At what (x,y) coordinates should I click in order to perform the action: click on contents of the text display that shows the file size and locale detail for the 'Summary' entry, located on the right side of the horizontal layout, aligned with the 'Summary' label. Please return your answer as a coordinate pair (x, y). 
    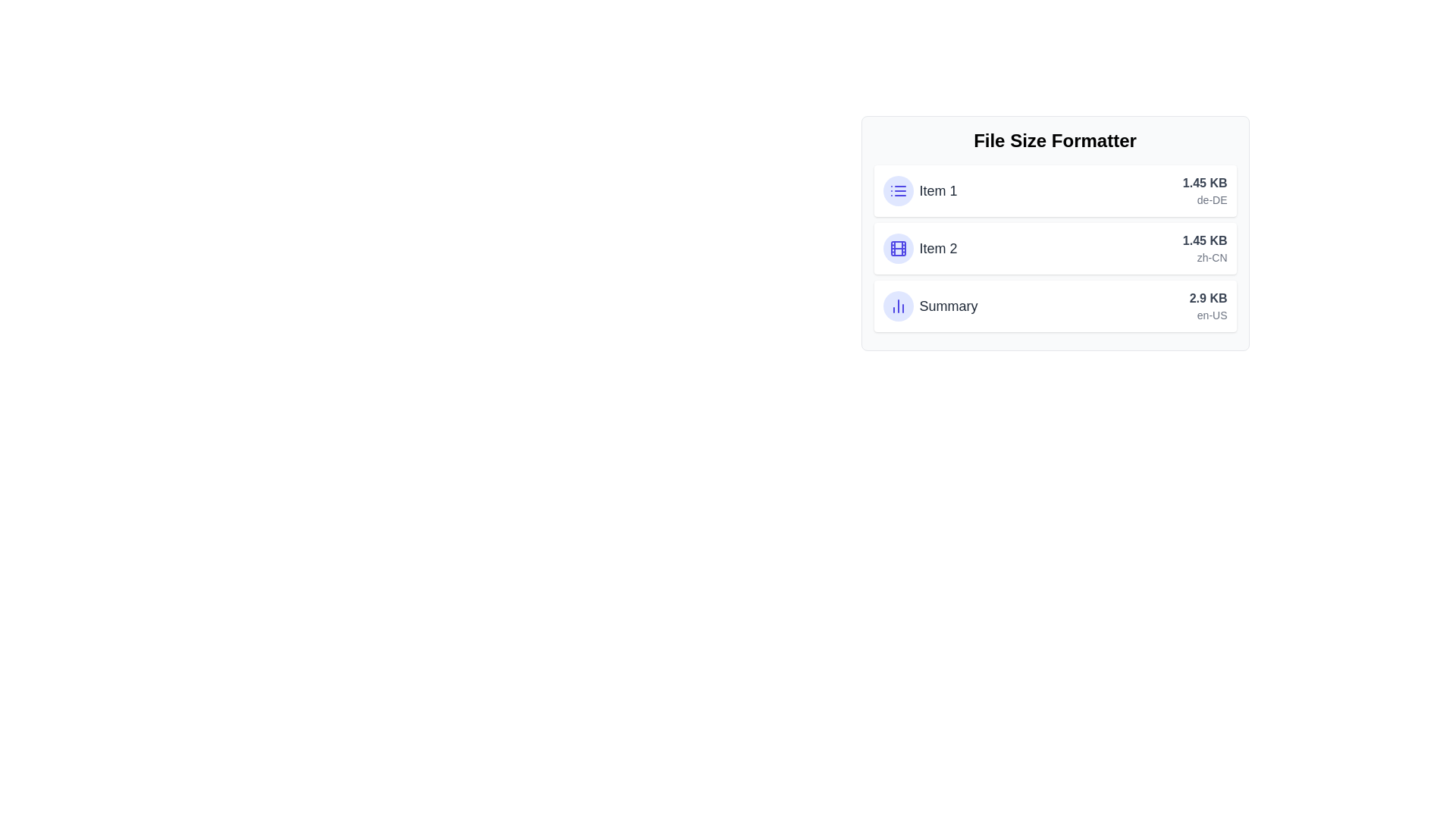
    Looking at the image, I should click on (1207, 306).